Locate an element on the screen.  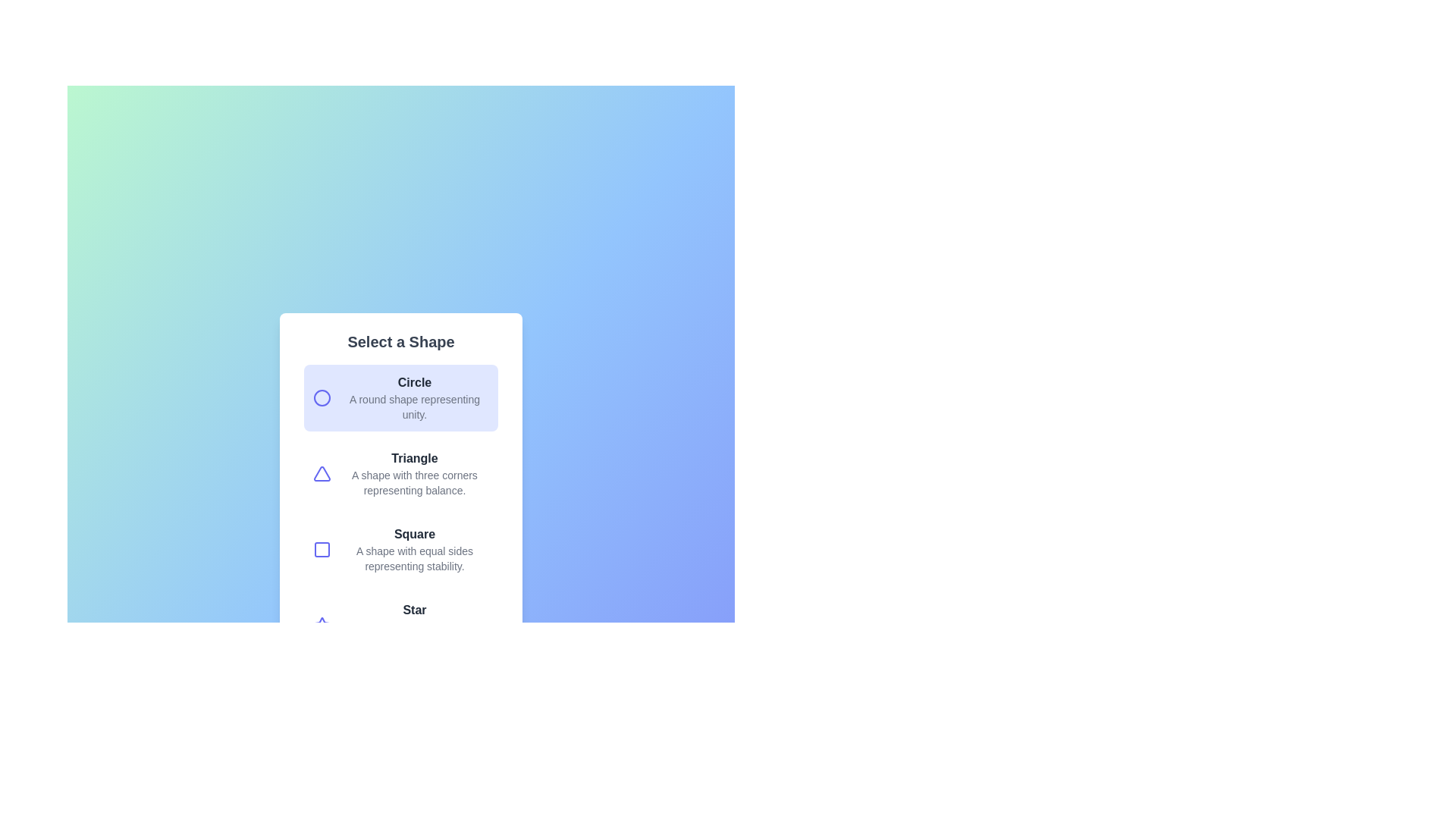
the shape Circle from the menu is located at coordinates (400, 397).